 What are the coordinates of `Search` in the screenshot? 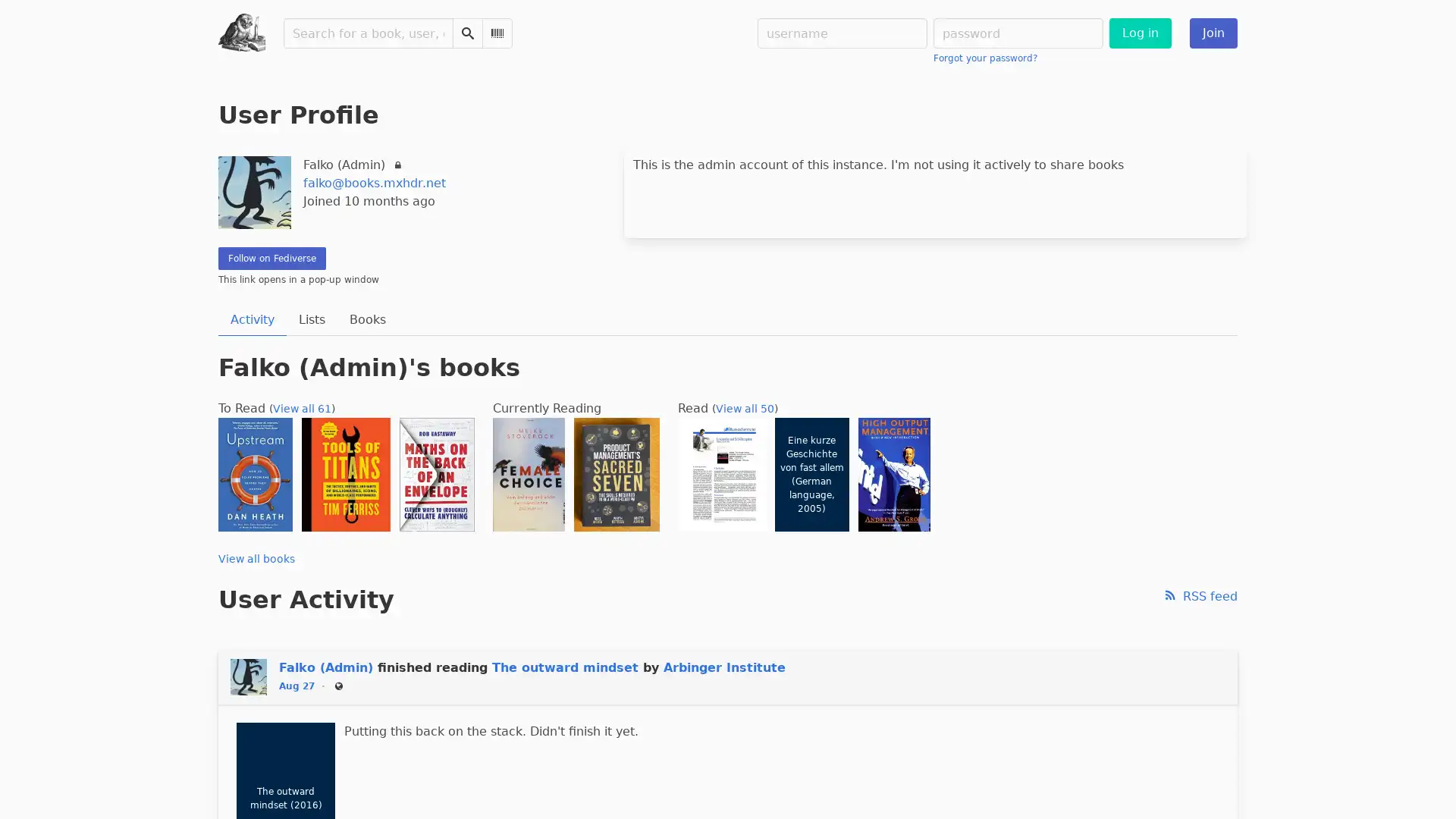 It's located at (467, 33).